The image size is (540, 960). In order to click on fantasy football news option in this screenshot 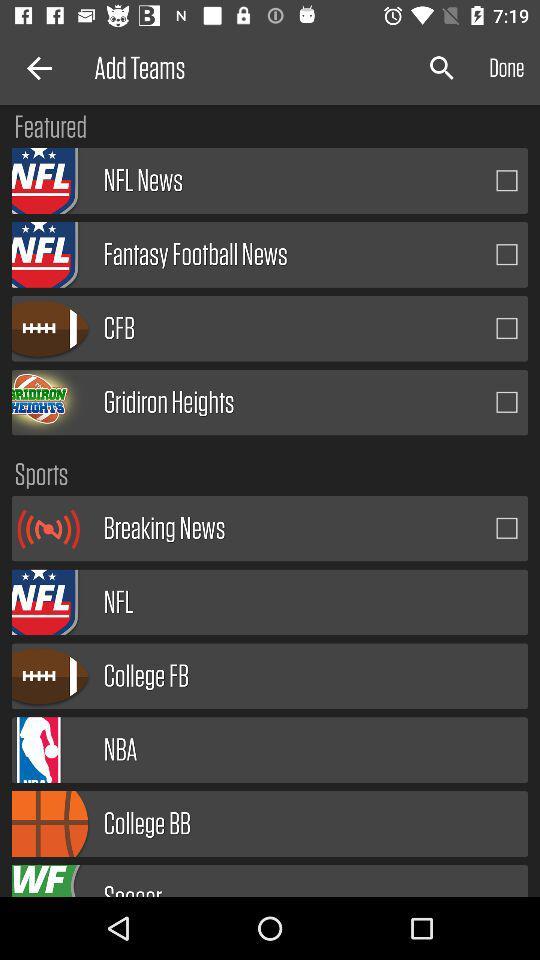, I will do `click(507, 253)`.